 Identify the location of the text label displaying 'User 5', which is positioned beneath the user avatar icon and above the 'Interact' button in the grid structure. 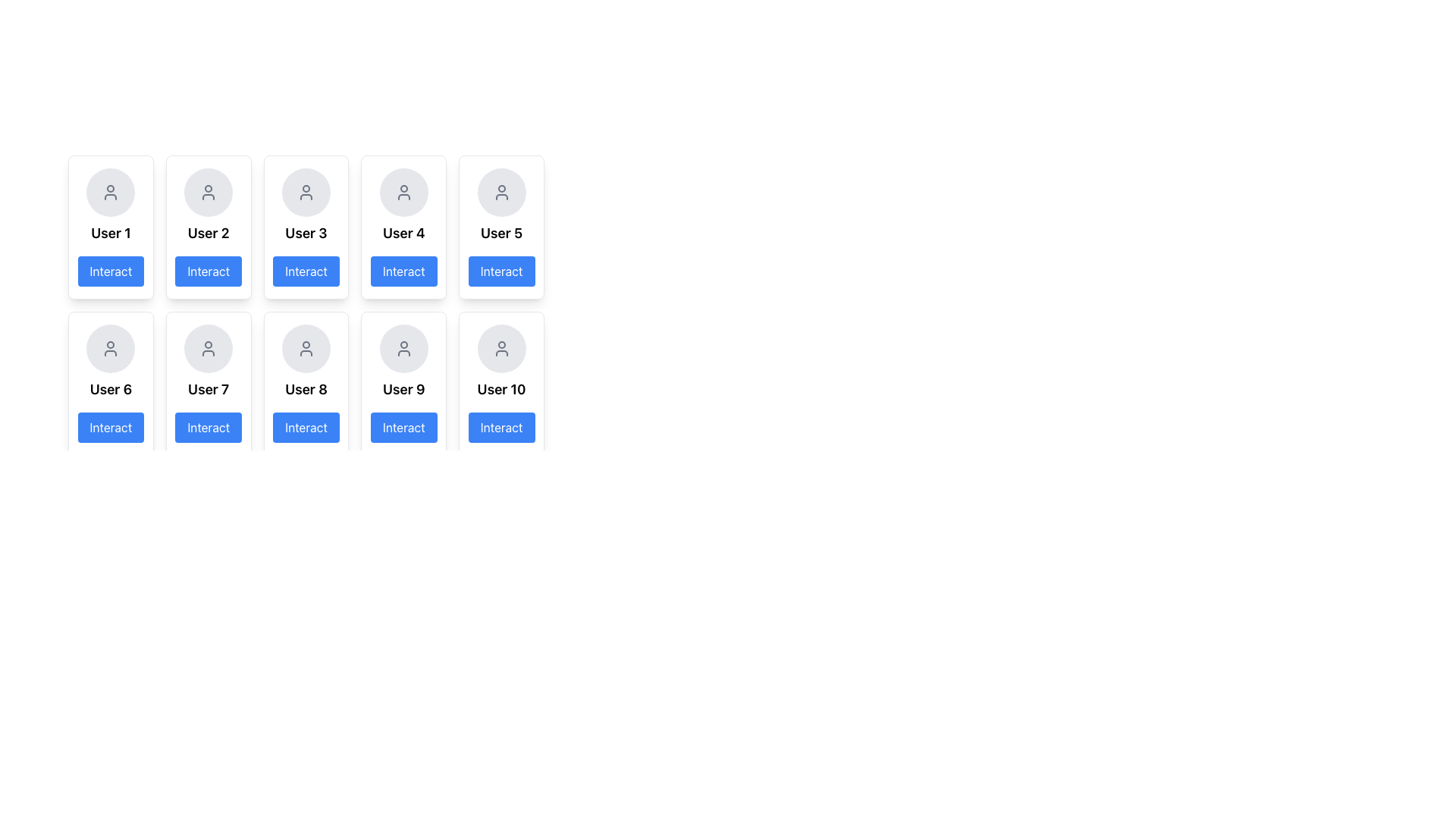
(501, 234).